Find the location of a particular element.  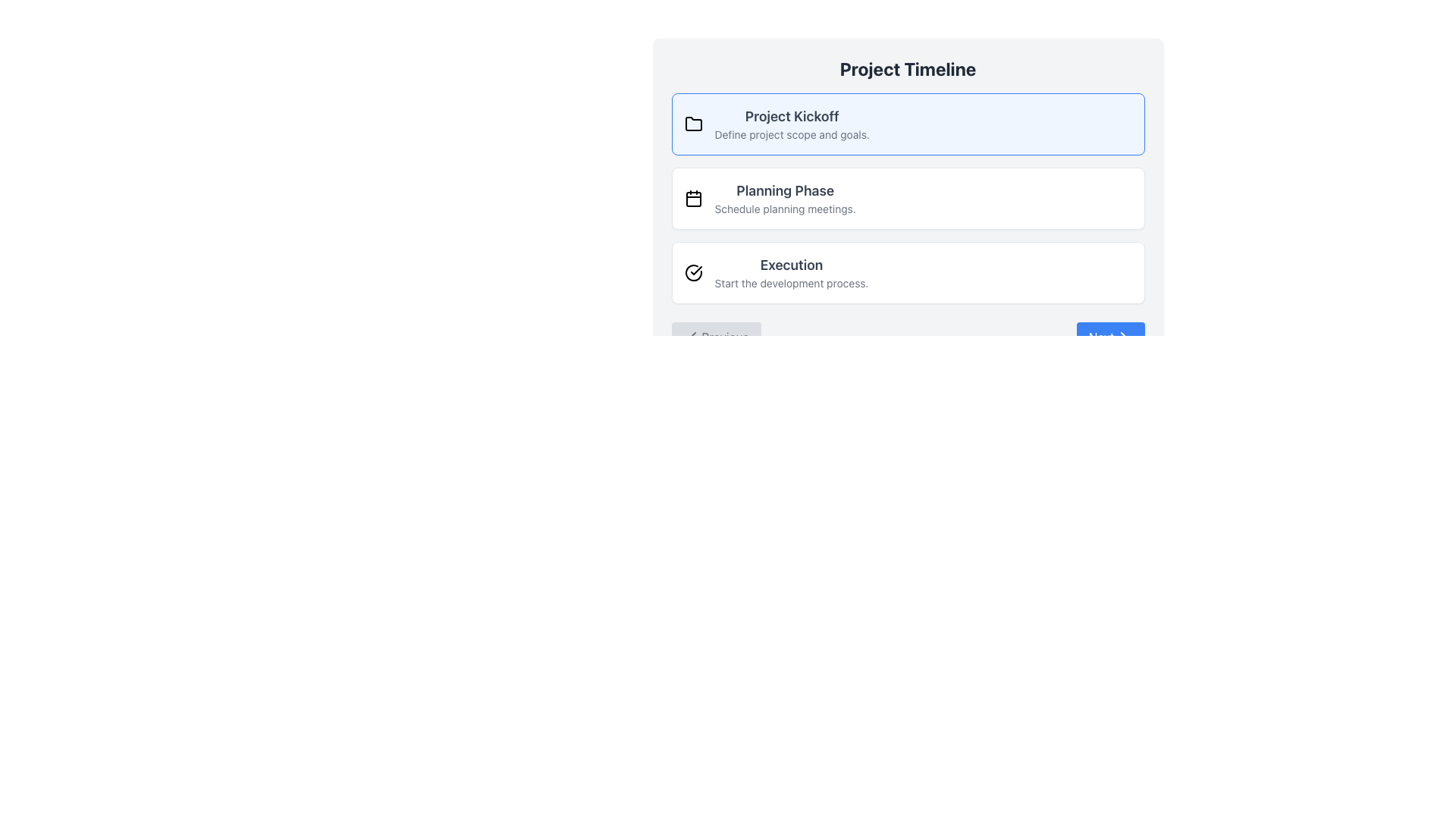

the blue 'Next' button that contains the right-pointing chevron icon to proceed is located at coordinates (1123, 336).